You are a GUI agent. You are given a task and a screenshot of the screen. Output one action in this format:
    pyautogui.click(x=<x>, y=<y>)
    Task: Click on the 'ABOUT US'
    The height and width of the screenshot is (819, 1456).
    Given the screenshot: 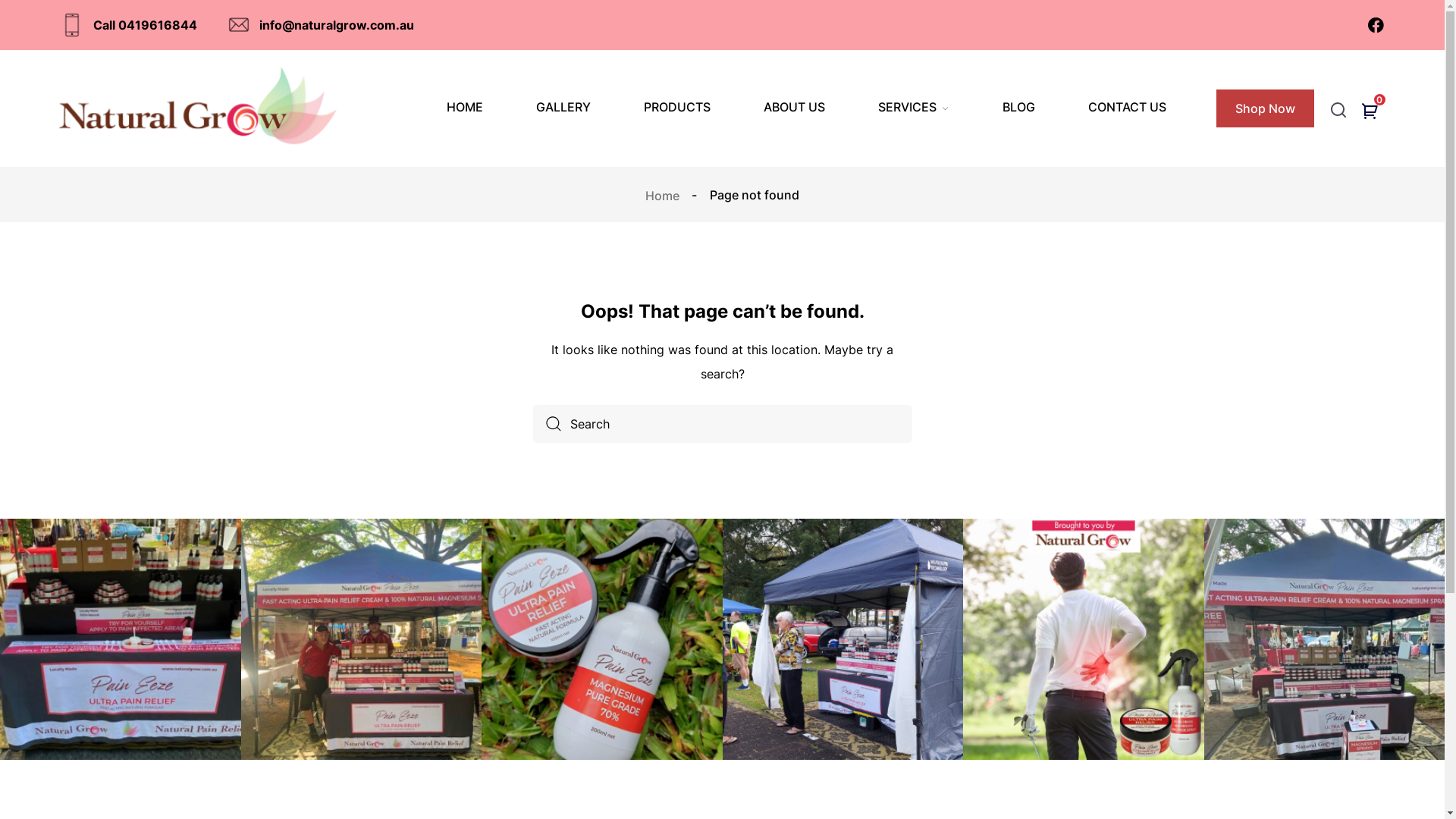 What is the action you would take?
    pyautogui.click(x=793, y=106)
    